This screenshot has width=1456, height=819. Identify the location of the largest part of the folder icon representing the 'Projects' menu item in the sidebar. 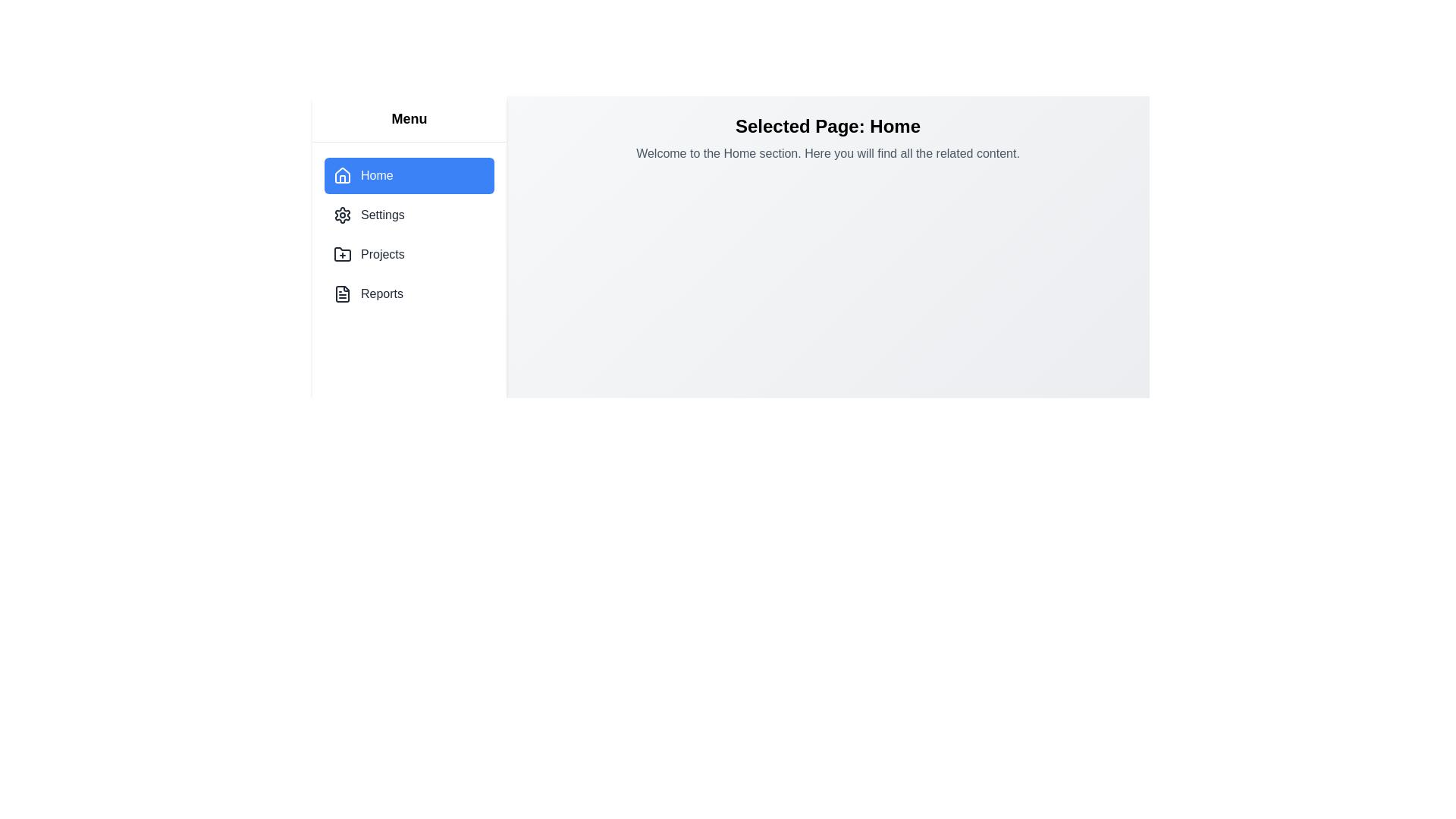
(341, 253).